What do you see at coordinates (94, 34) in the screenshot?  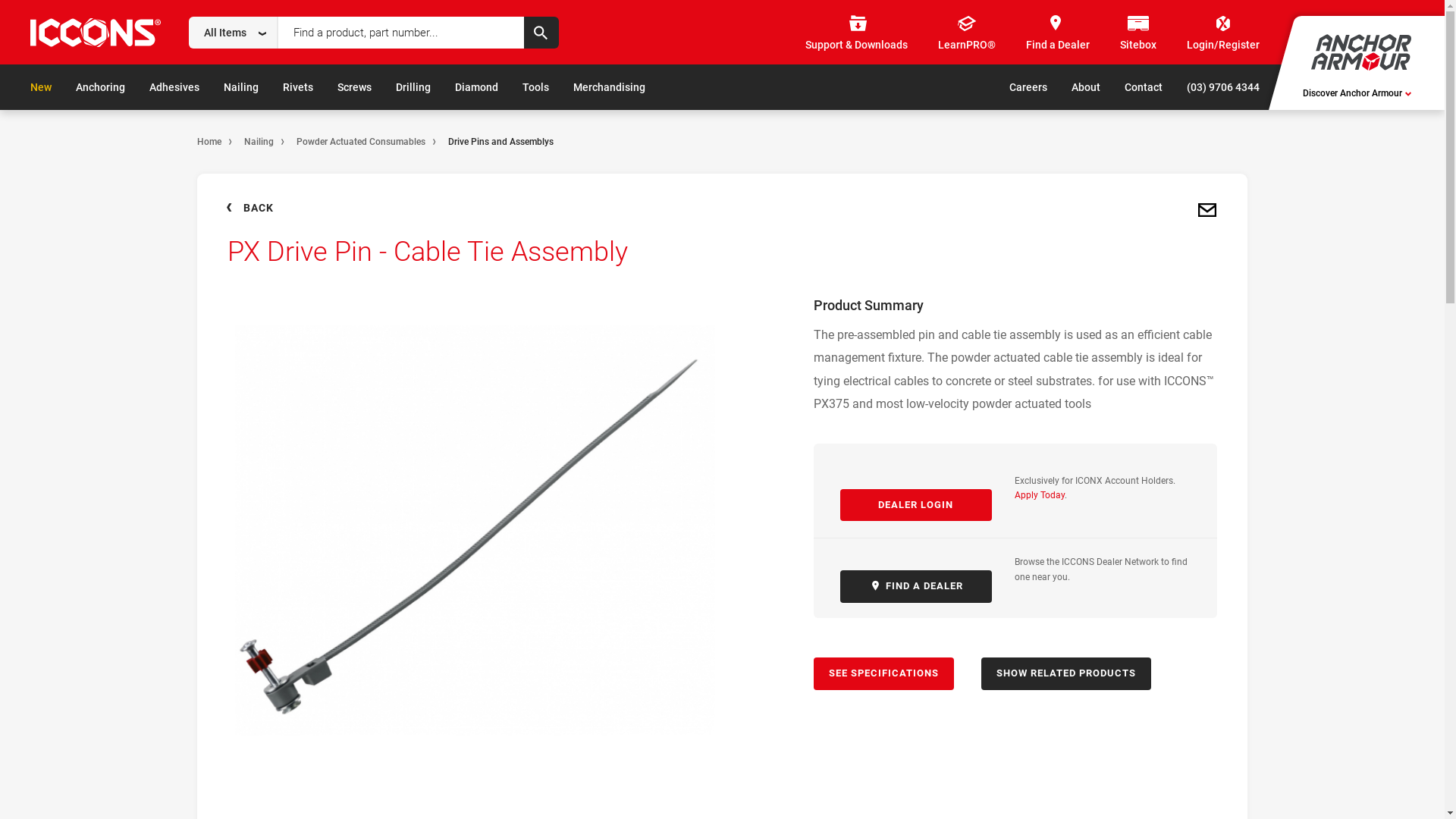 I see `'ICCONS - The serious fixings wholesaler'` at bounding box center [94, 34].